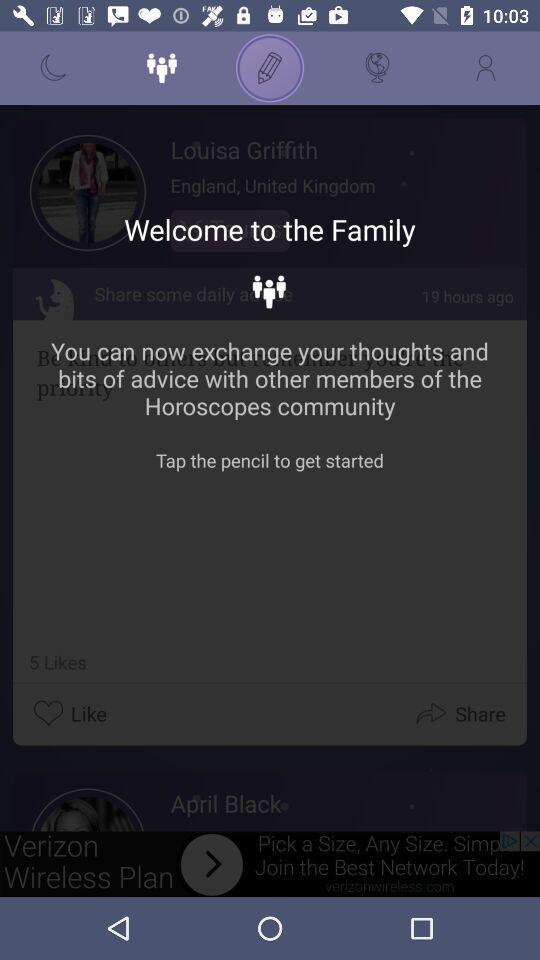  What do you see at coordinates (54, 662) in the screenshot?
I see `number of likes` at bounding box center [54, 662].